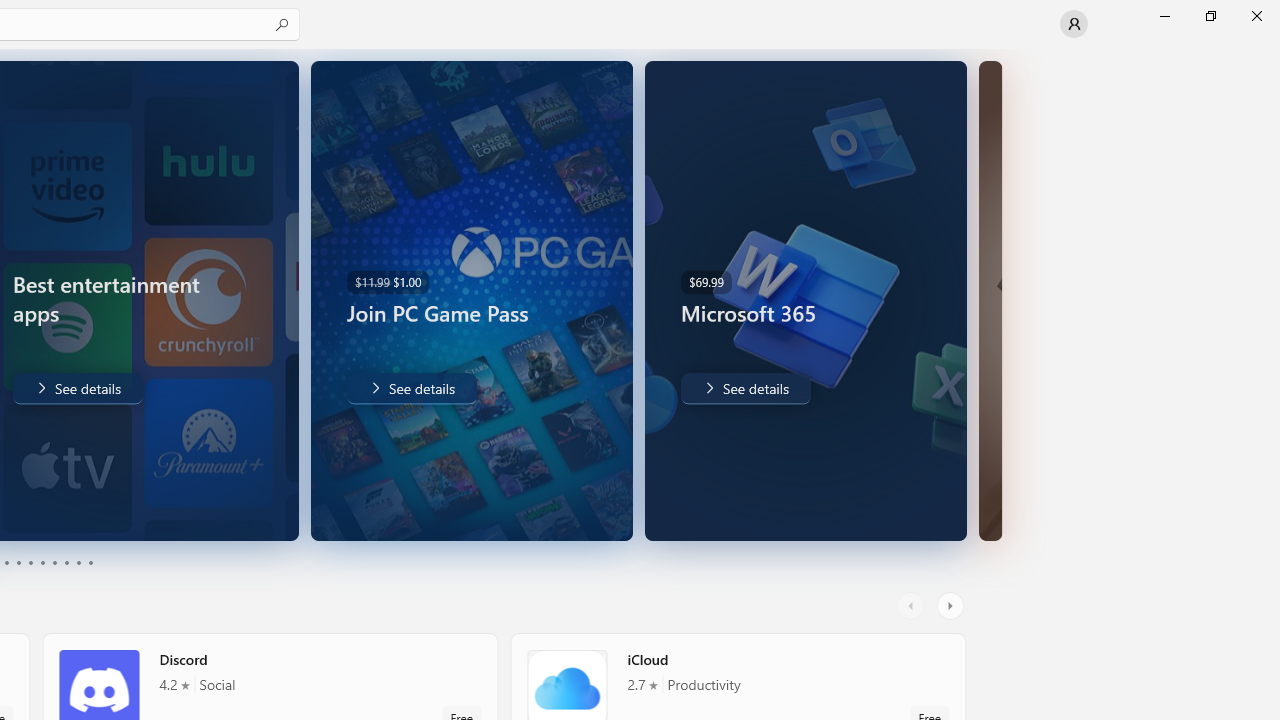 This screenshot has width=1280, height=720. What do you see at coordinates (42, 563) in the screenshot?
I see `'Page 6'` at bounding box center [42, 563].